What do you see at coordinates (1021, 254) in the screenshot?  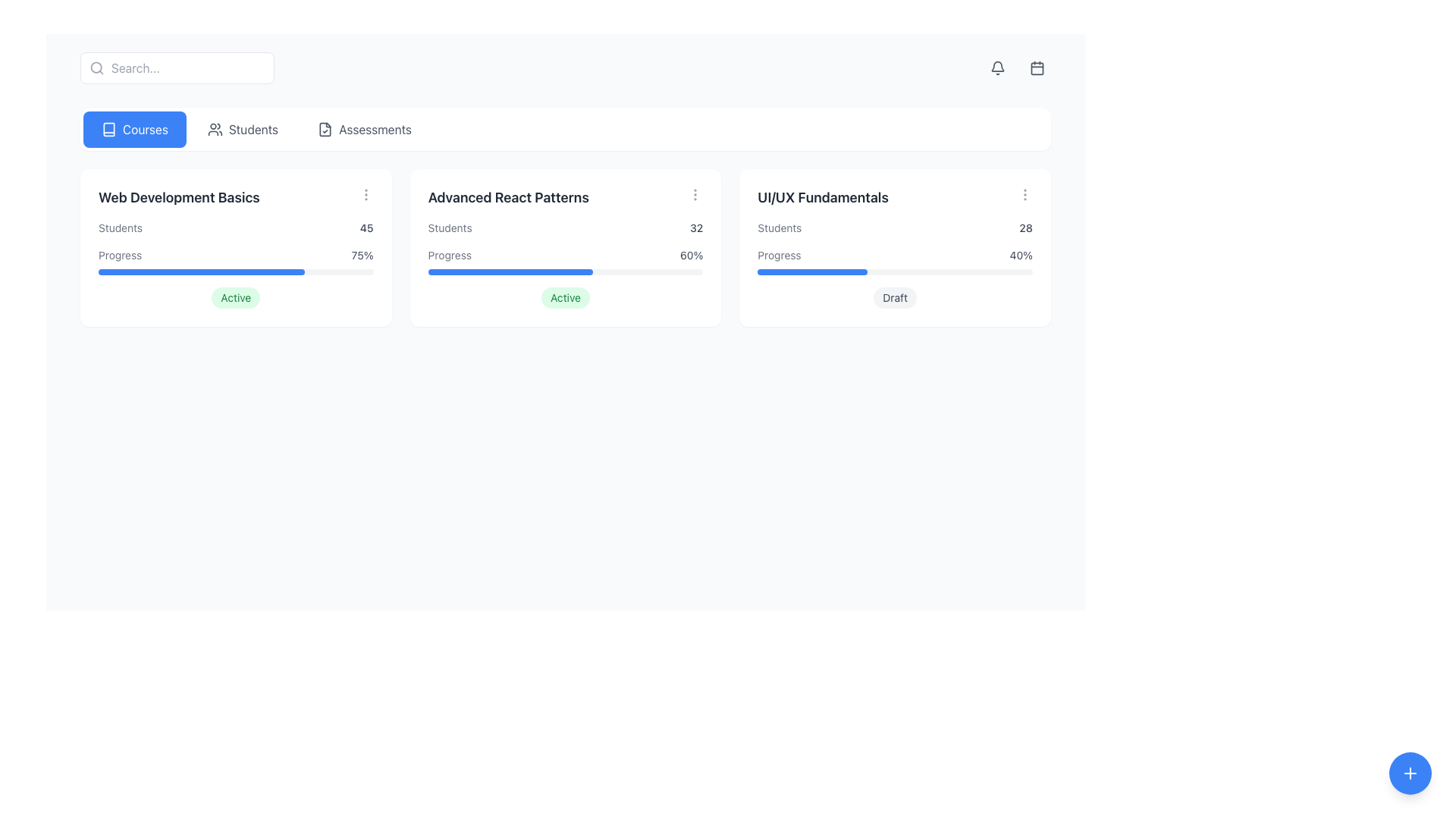 I see `the static text label displaying '40%' in gray font, located in the progress section of the 'UI/UX Fundamentals' card` at bounding box center [1021, 254].